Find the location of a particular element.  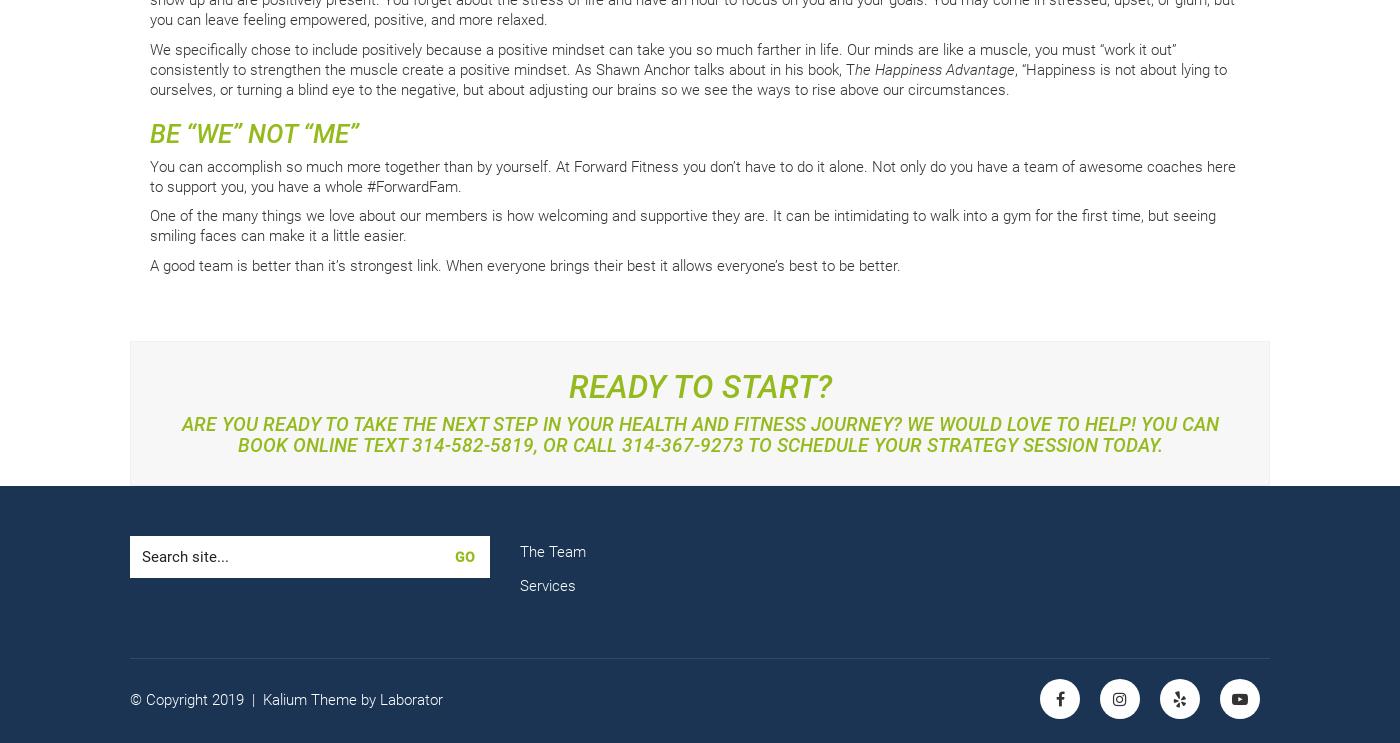

'Are you ready to take the next step in your health and fitness journey? We would love to help! You can' is located at coordinates (699, 423).